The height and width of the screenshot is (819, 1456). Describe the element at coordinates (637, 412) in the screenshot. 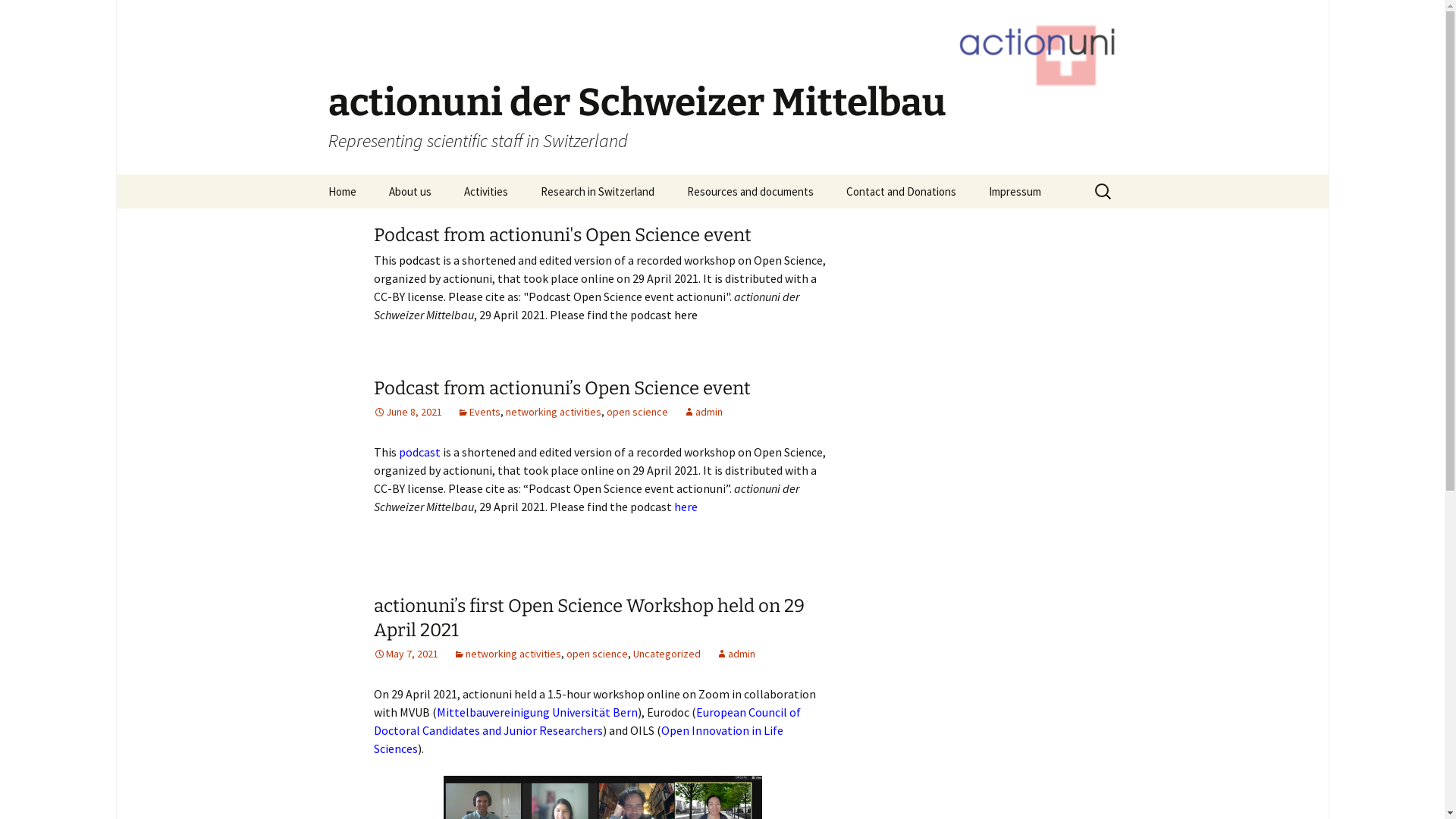

I see `'open science'` at that location.